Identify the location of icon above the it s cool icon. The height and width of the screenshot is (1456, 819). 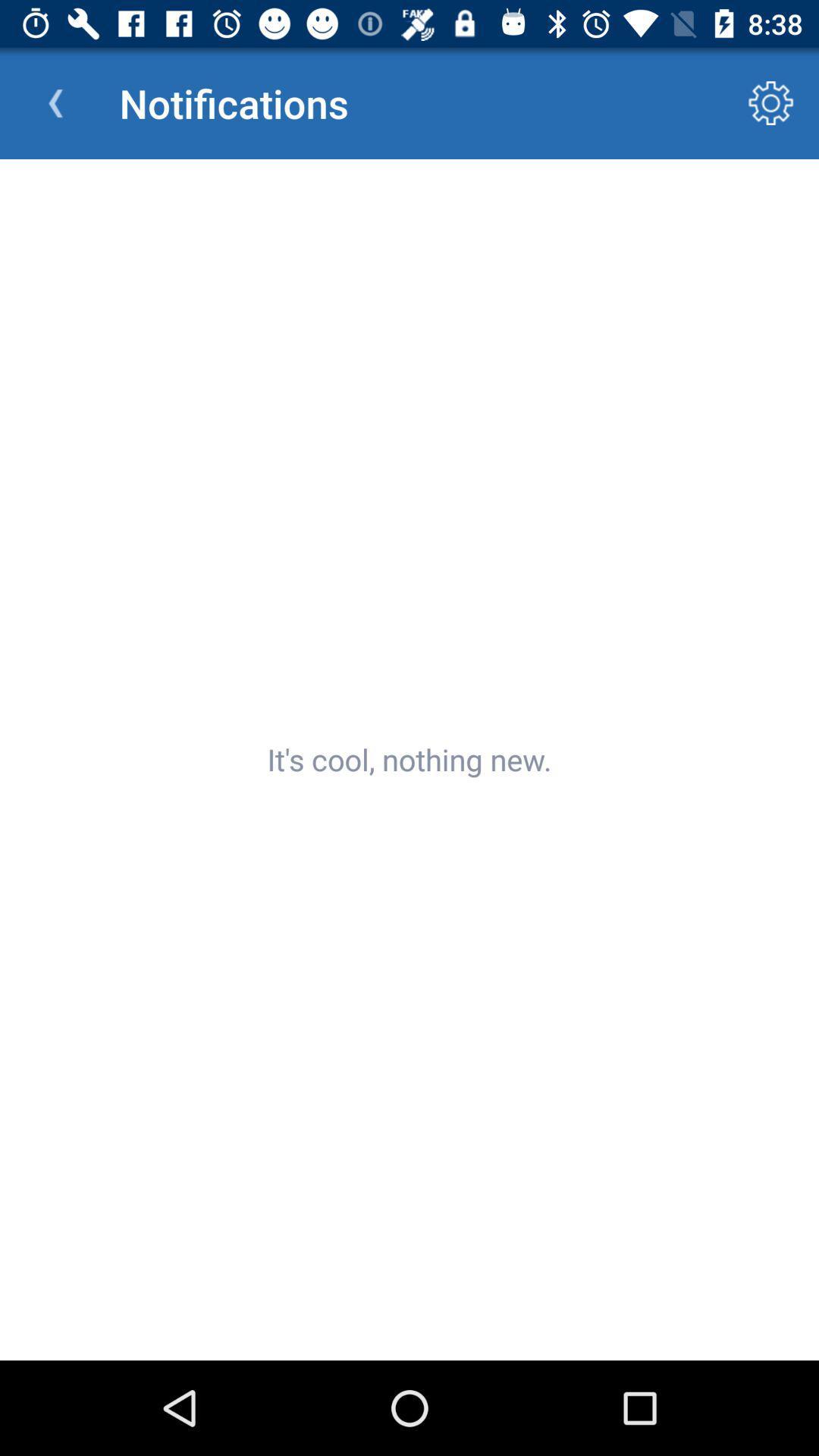
(771, 102).